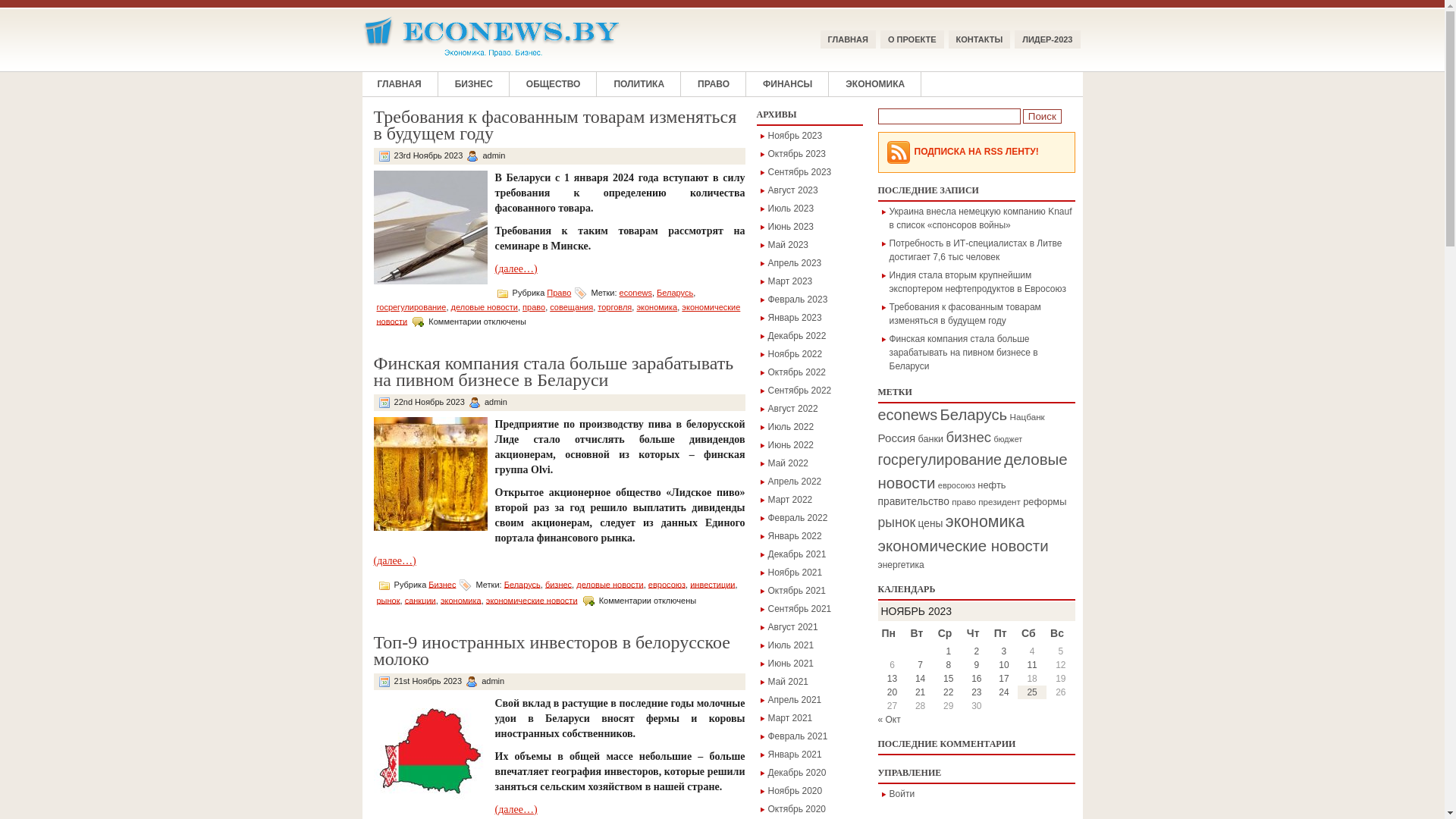 The image size is (1456, 819). What do you see at coordinates (916, 664) in the screenshot?
I see `'7'` at bounding box center [916, 664].